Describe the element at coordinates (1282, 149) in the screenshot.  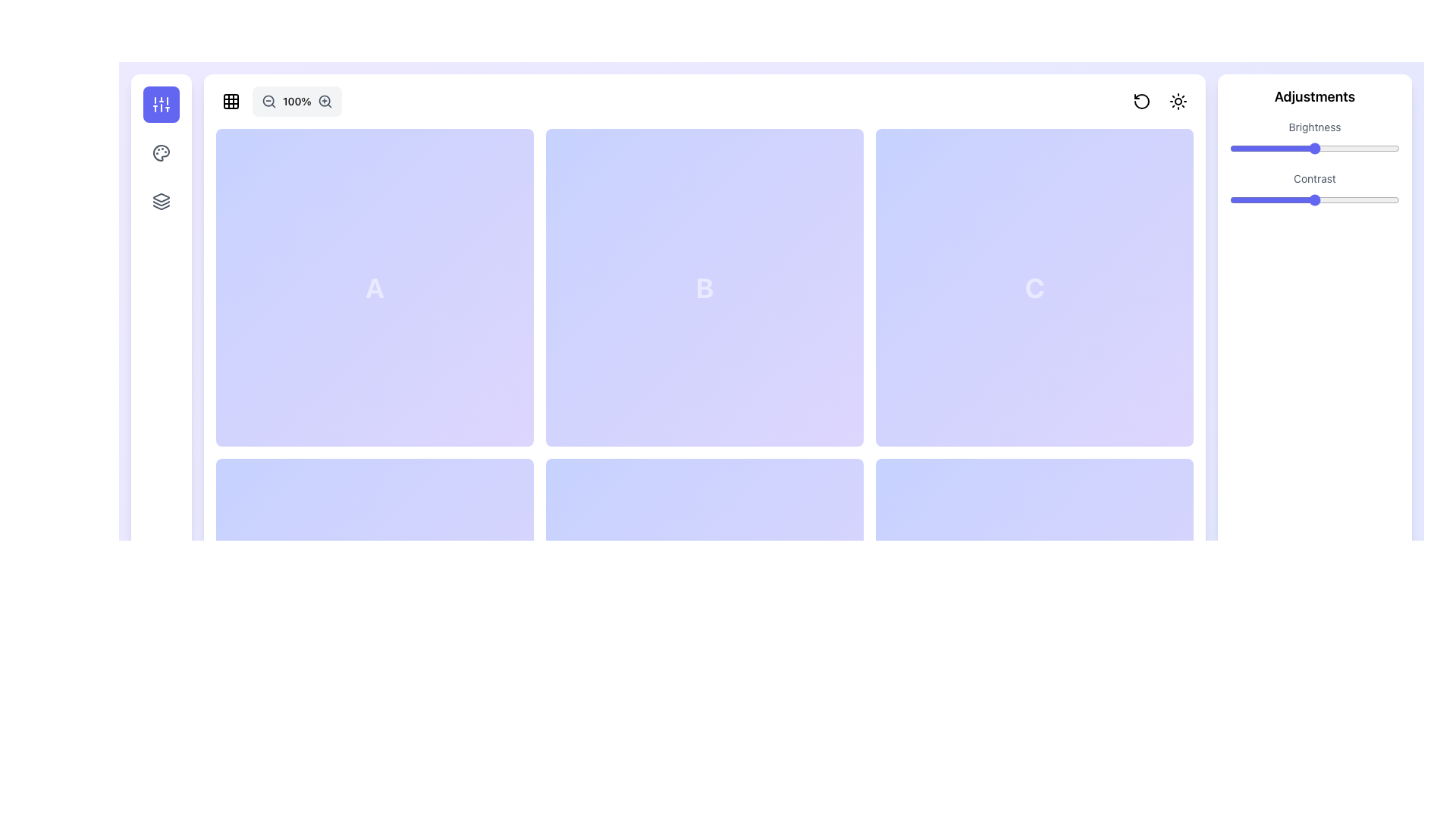
I see `the brightness level` at that location.